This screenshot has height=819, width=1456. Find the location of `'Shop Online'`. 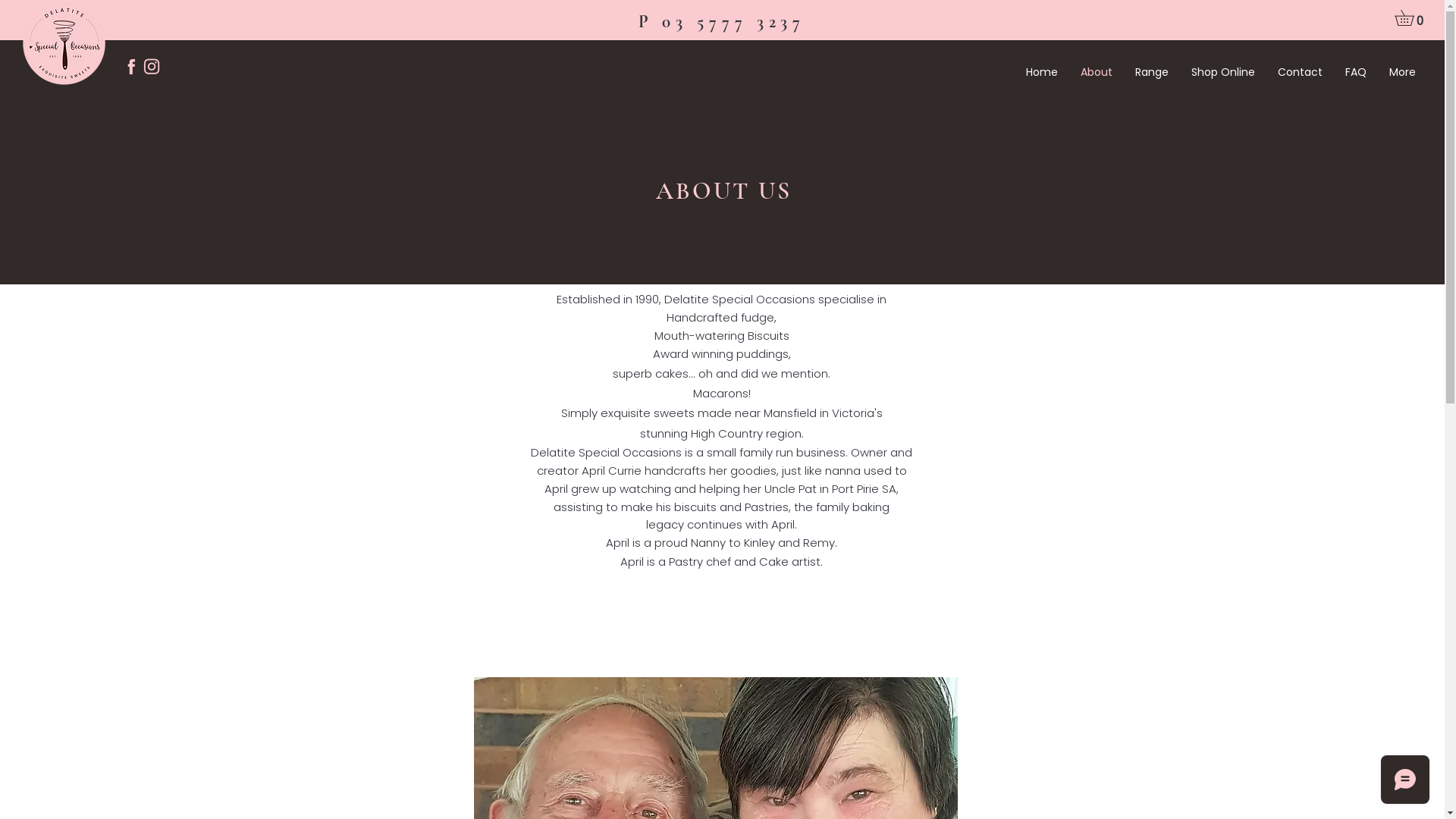

'Shop Online' is located at coordinates (1222, 72).